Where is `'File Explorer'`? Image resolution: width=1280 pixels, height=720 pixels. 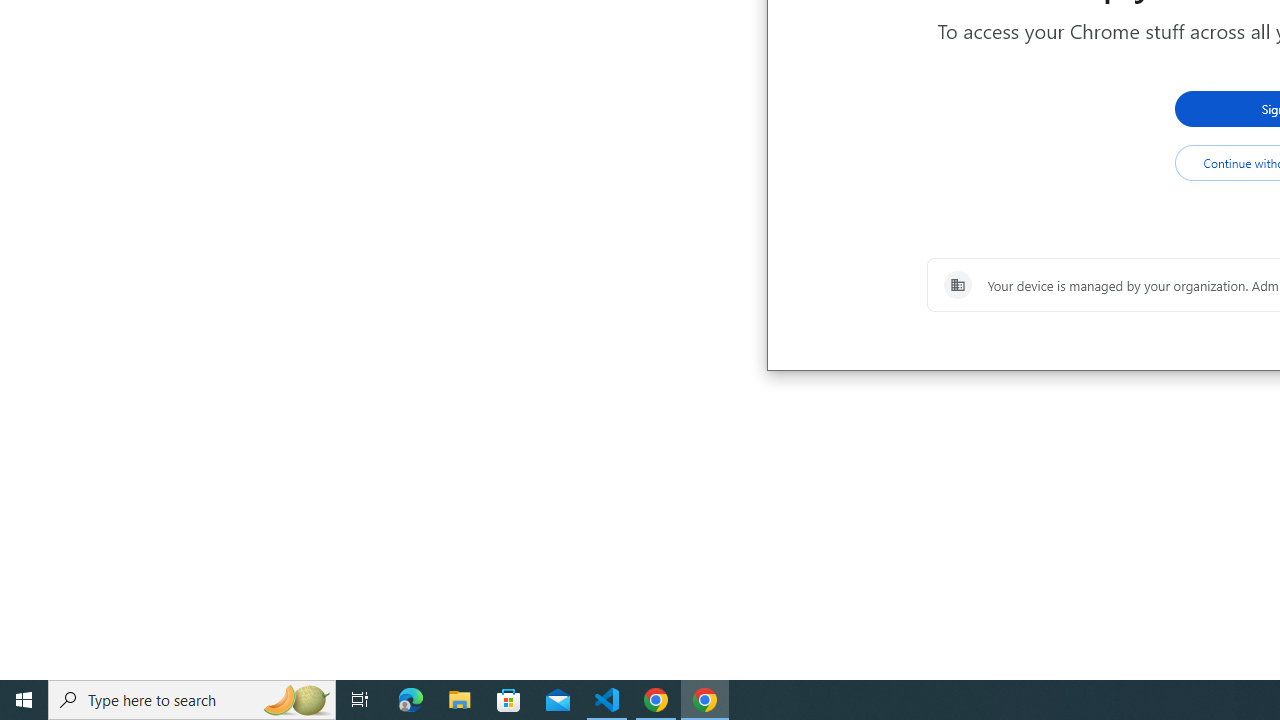
'File Explorer' is located at coordinates (459, 698).